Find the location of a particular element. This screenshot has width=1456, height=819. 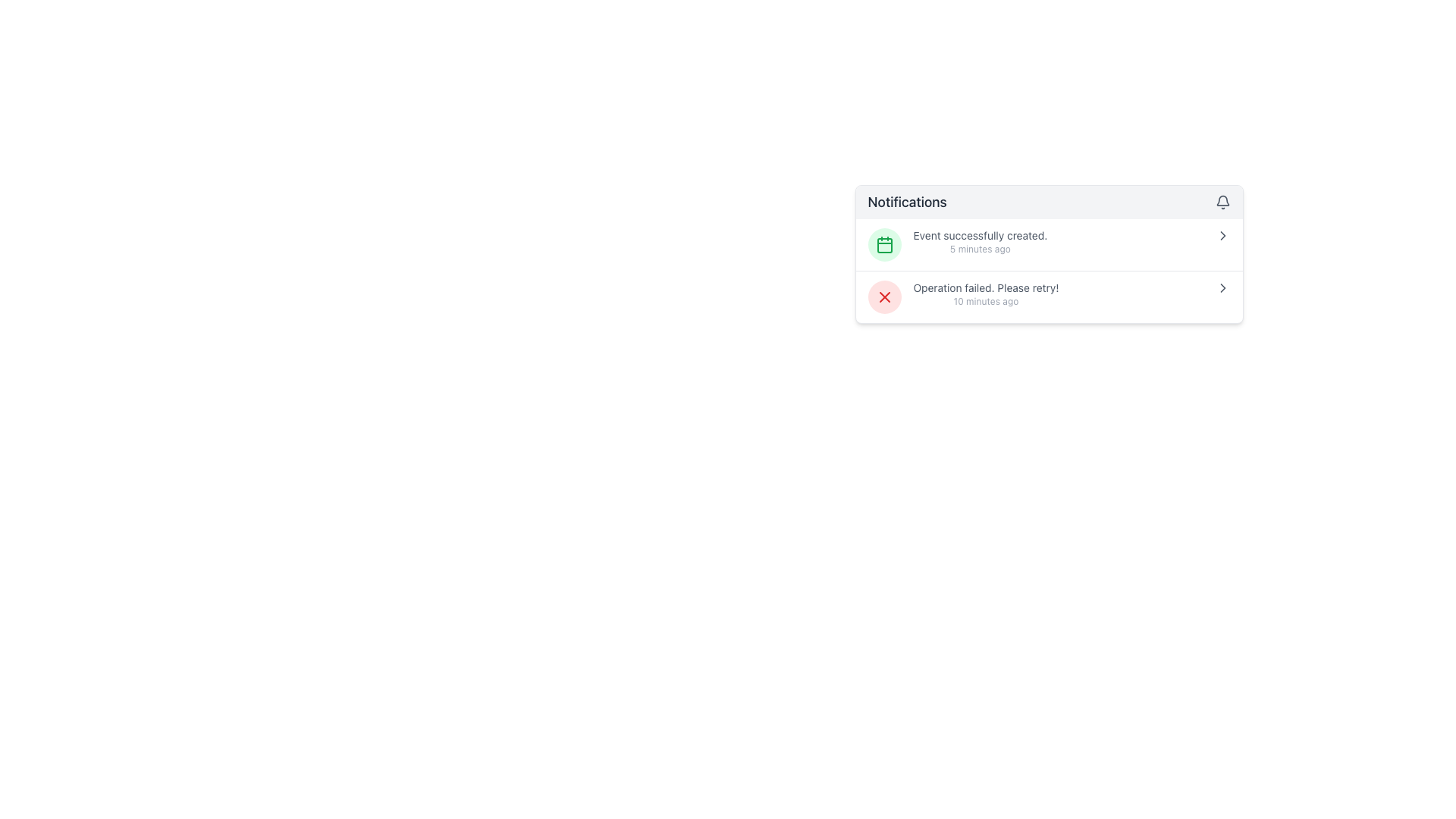

the right-facing chevron icon located at the far right of the notification entry that reads 'Operation failed. Please retry!' is located at coordinates (1222, 288).